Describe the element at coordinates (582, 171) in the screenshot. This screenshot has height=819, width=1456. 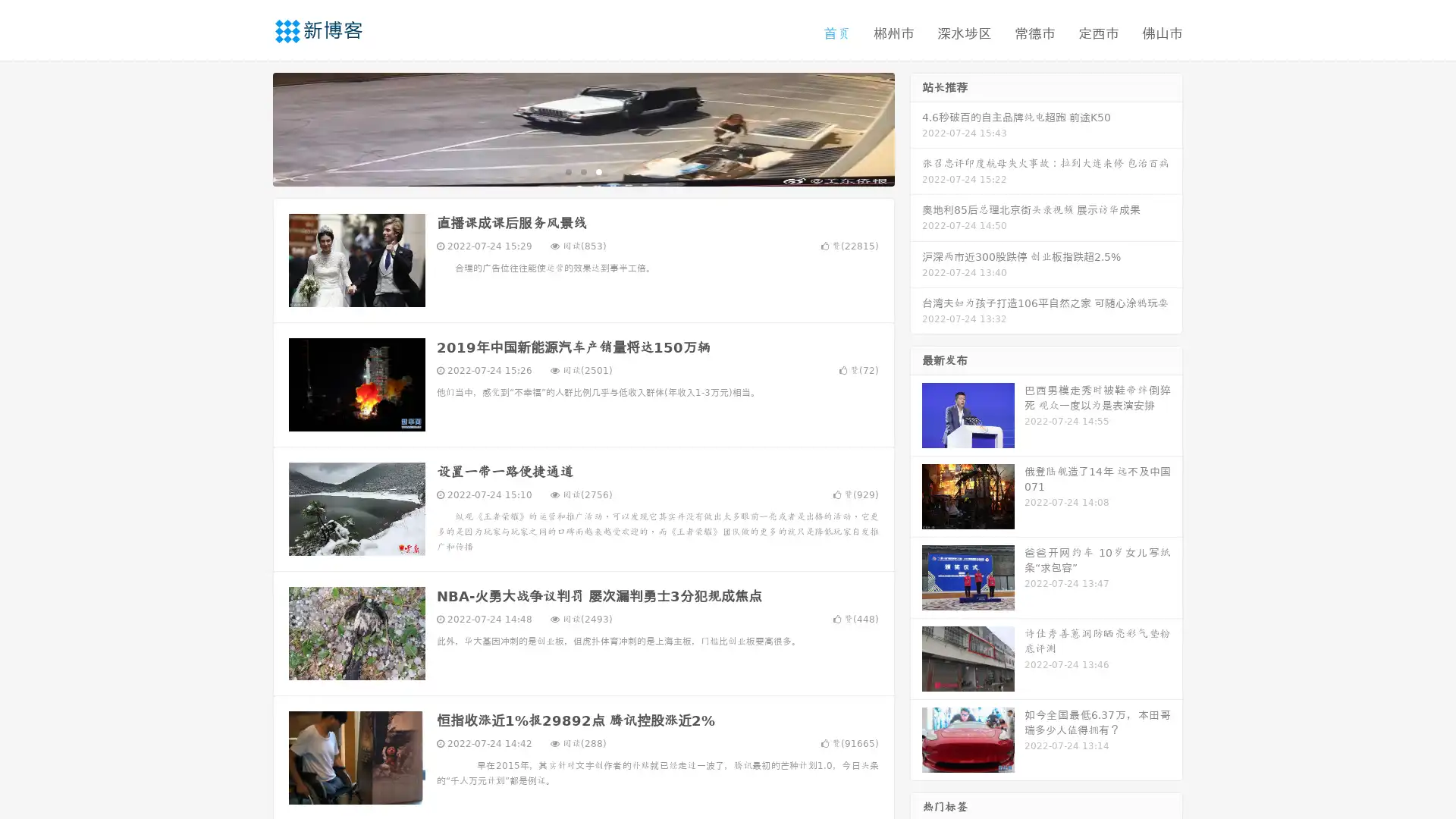
I see `Go to slide 2` at that location.